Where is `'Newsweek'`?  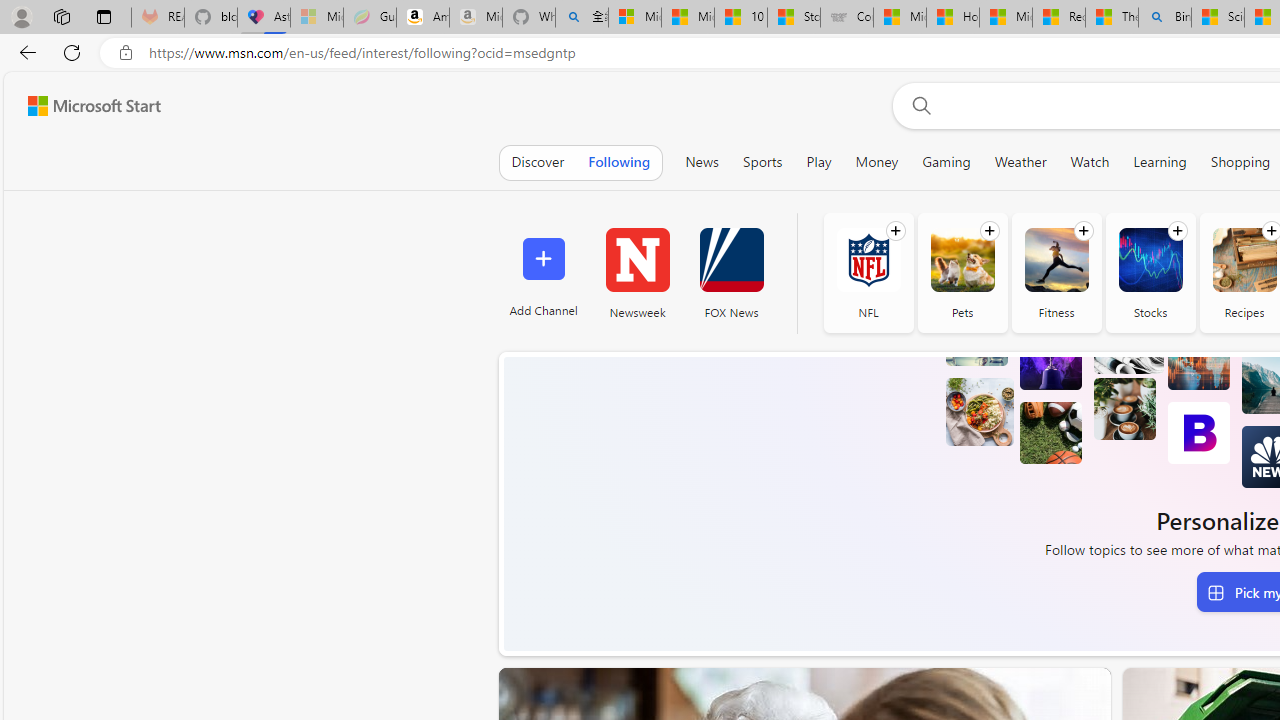
'Newsweek' is located at coordinates (636, 272).